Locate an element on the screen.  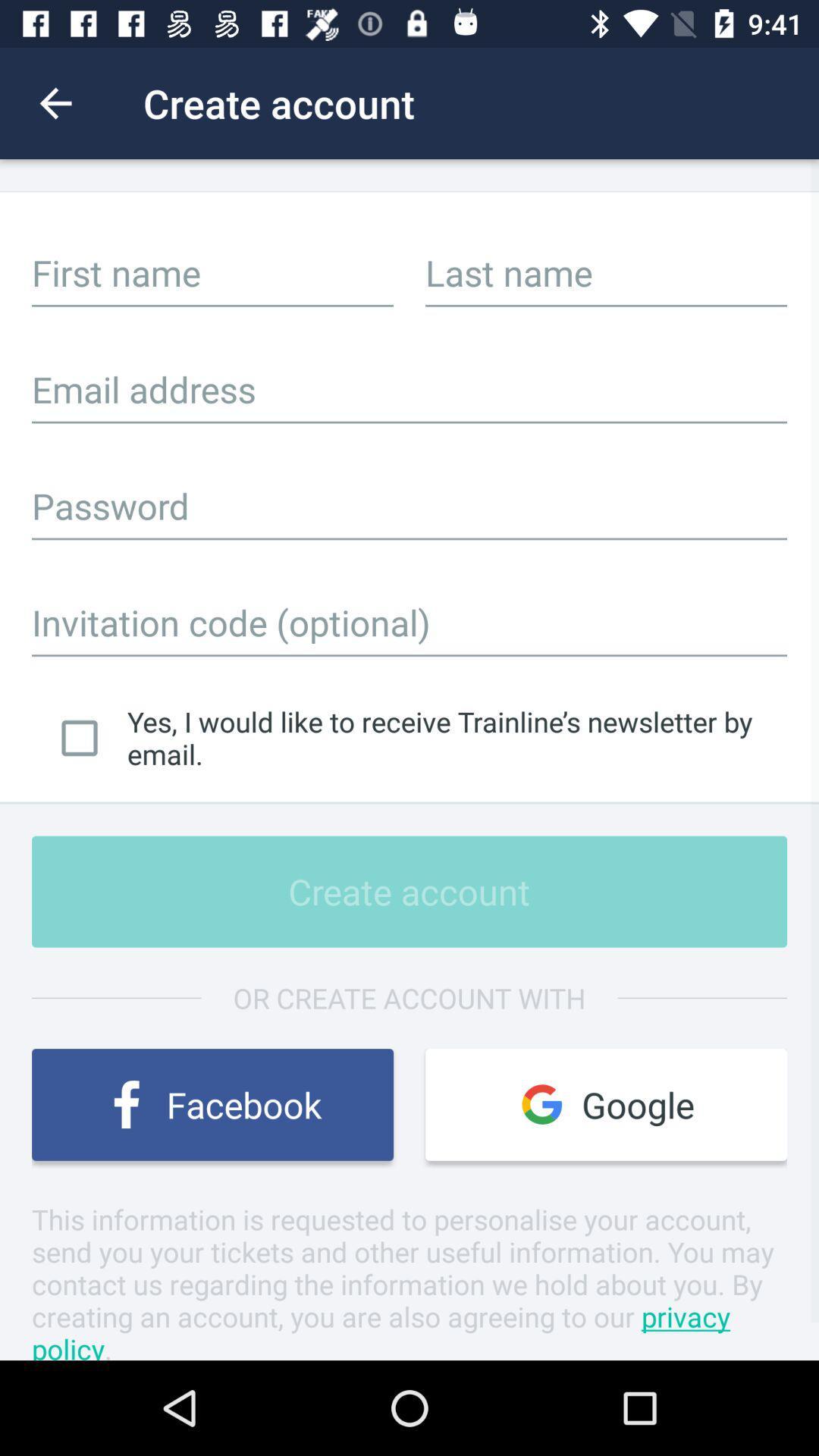
invitation code is located at coordinates (409, 622).